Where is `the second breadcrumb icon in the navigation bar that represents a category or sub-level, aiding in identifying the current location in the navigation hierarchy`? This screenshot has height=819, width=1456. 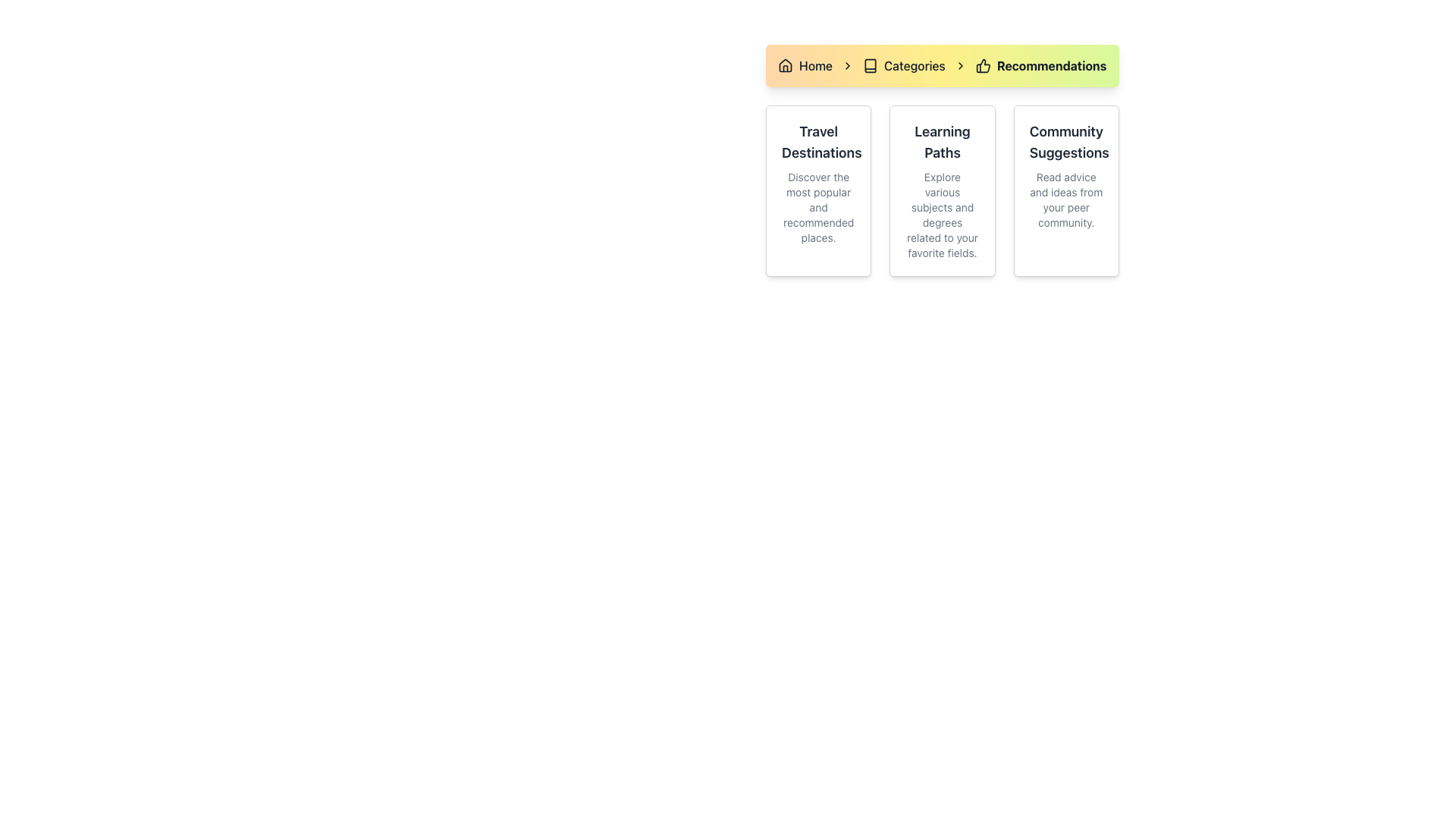 the second breadcrumb icon in the navigation bar that represents a category or sub-level, aiding in identifying the current location in the navigation hierarchy is located at coordinates (870, 65).